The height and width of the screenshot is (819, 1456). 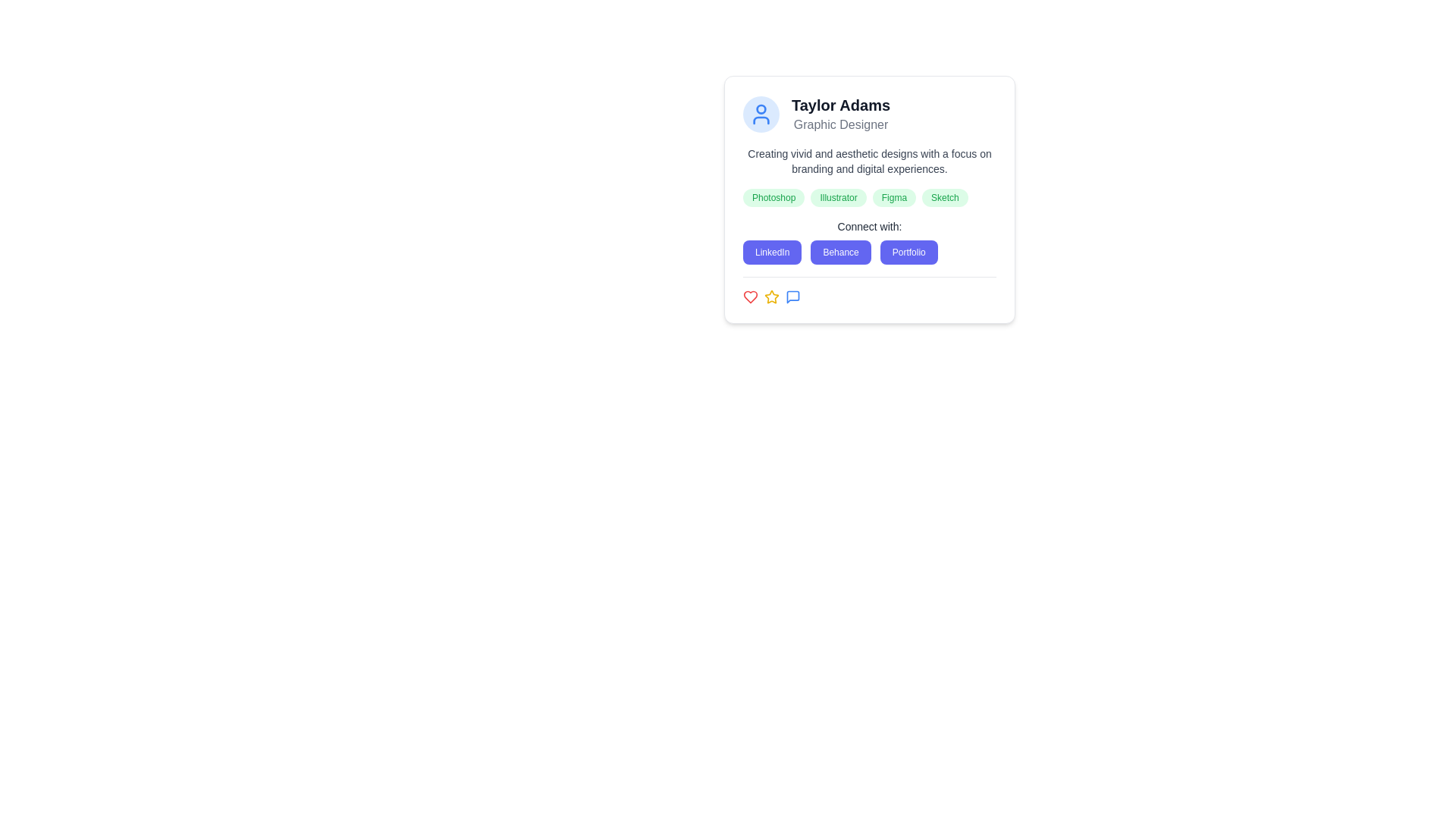 What do you see at coordinates (908, 251) in the screenshot?
I see `the 'Portfolio' button located below the 'Connect with:' section, which is the third button in a horizontal sequence of three buttons` at bounding box center [908, 251].